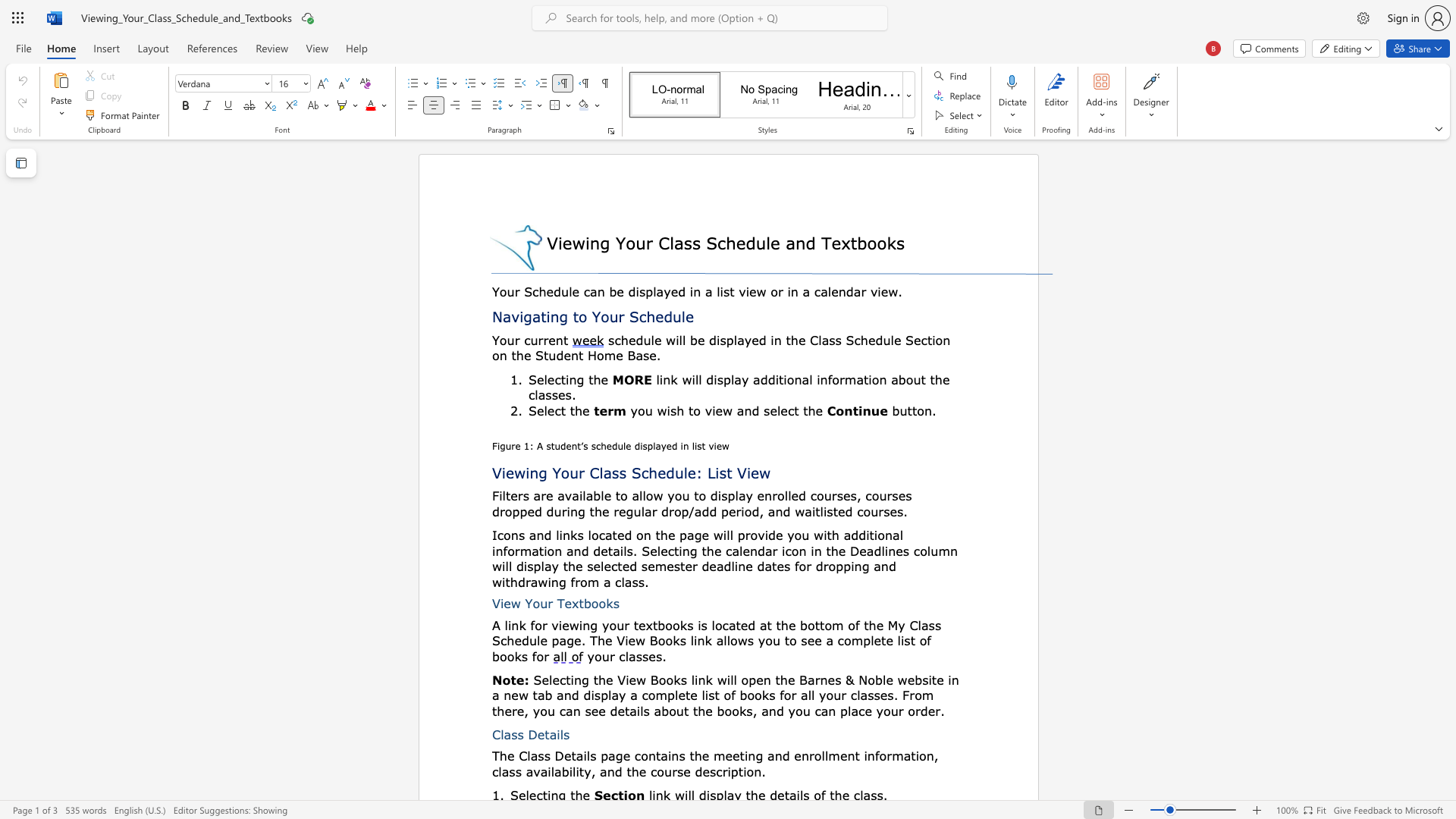 This screenshot has width=1456, height=819. I want to click on the subset text "rolled courses, courses dropped dur" within the text "Filters are available to allow you to display enrolled courses, courses dropped during the regular drop/add period, and waitlisted courses.", so click(772, 495).